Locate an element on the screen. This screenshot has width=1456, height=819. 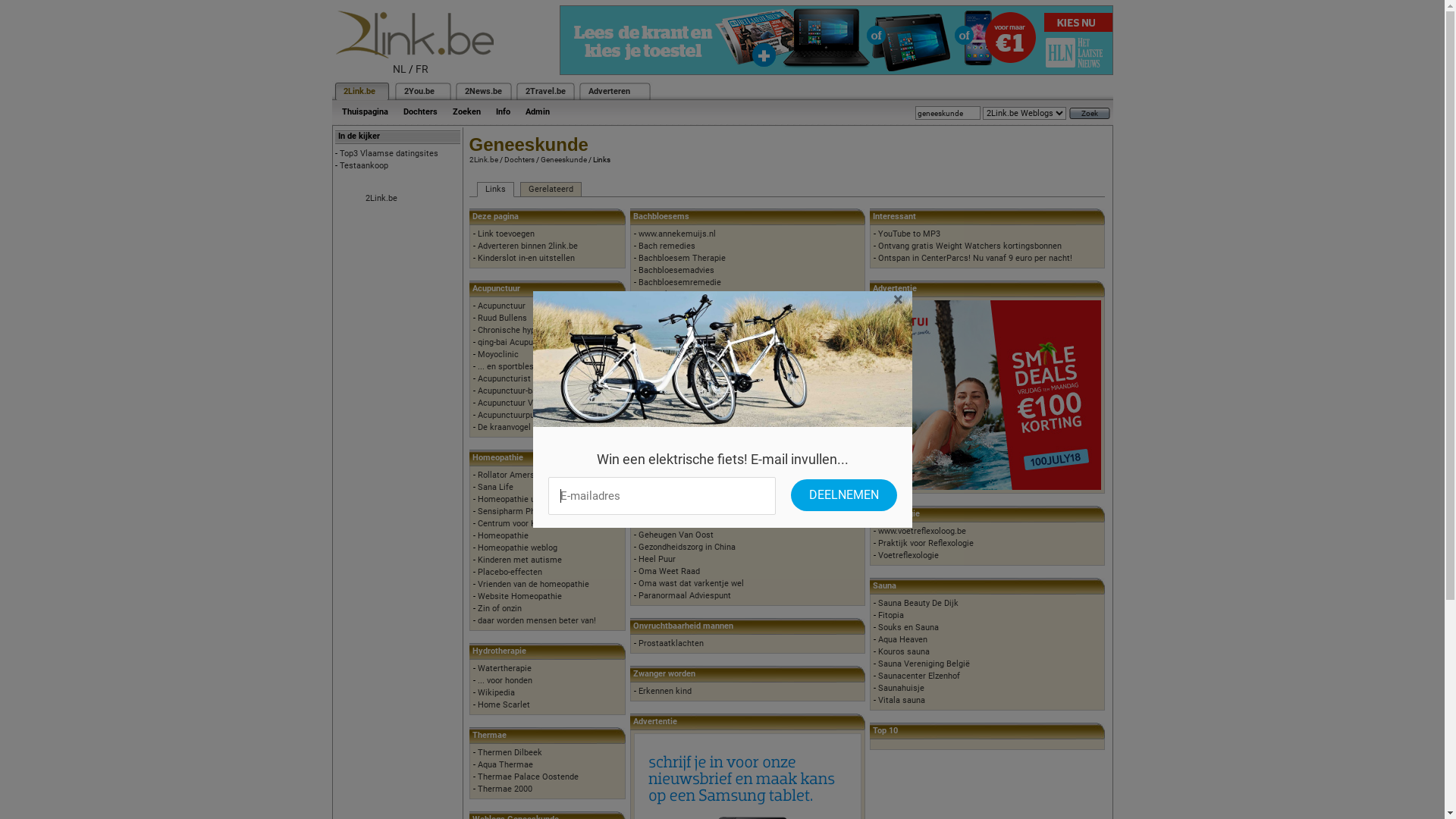
'Prostaatklachten' is located at coordinates (638, 643).